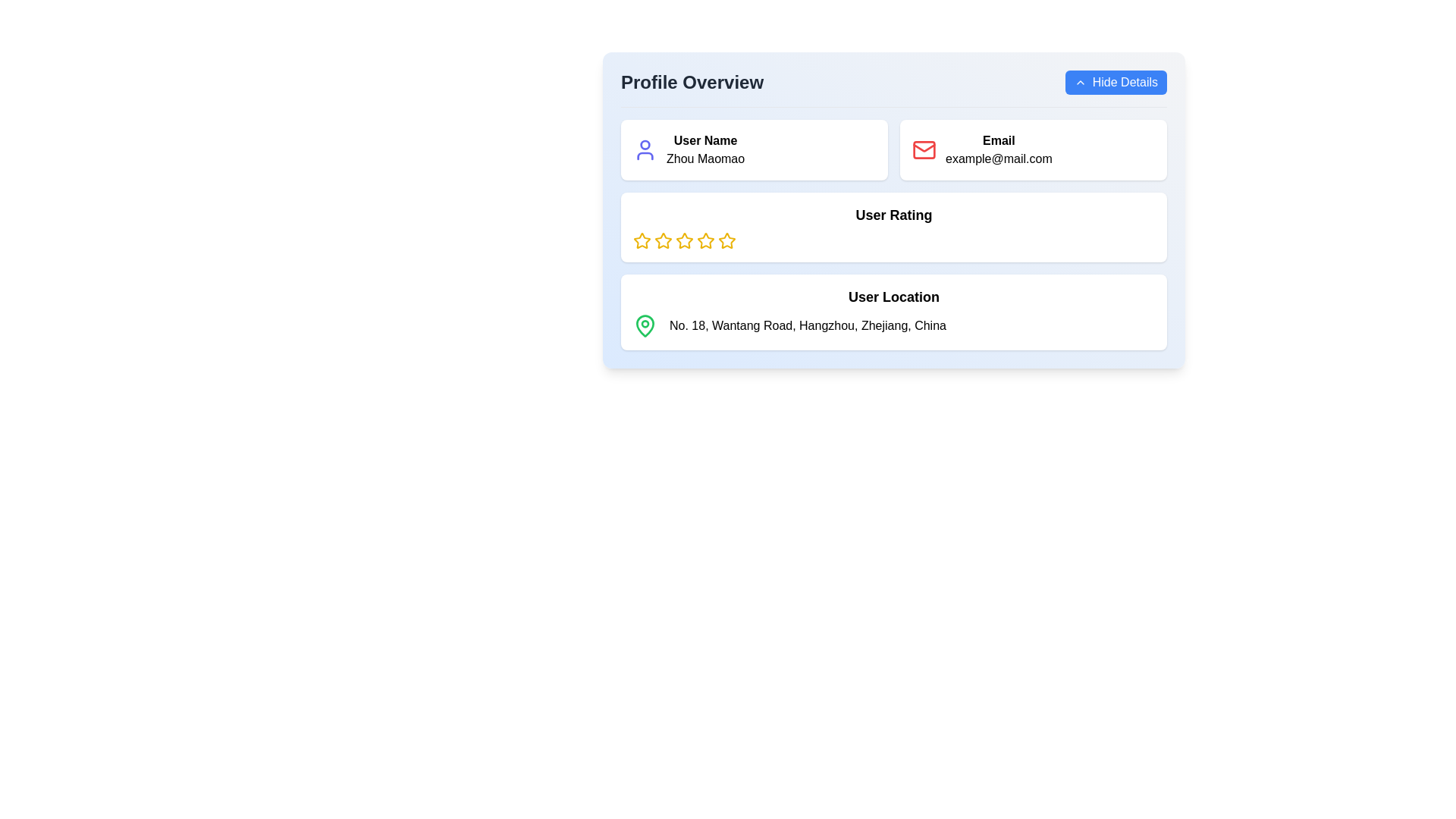  Describe the element at coordinates (704, 158) in the screenshot. I see `the Text Display element that shows 'Zhou Maomao', located below the bold header 'User Name' in the 'Profile Overview' section` at that location.